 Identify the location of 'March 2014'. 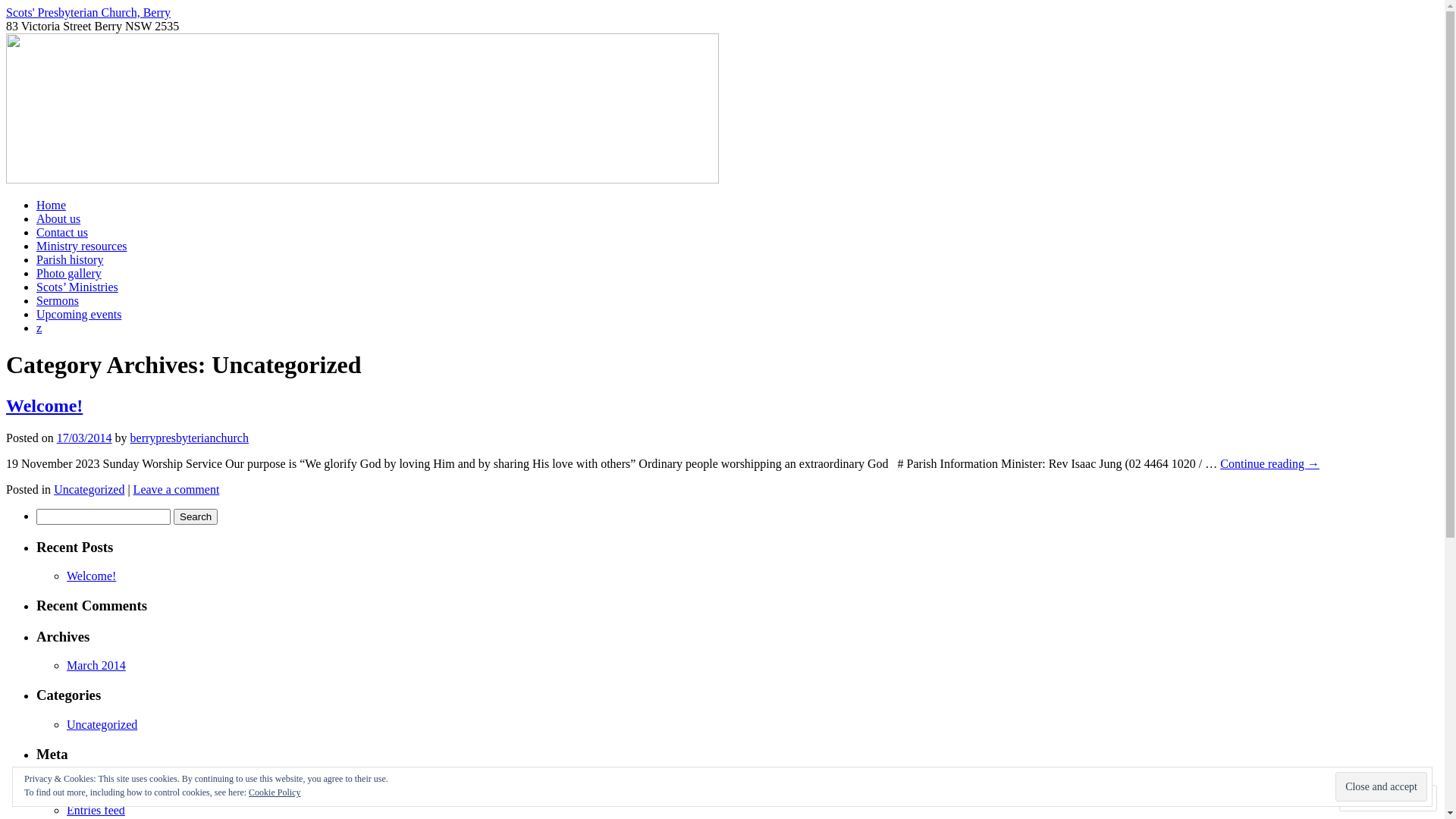
(95, 664).